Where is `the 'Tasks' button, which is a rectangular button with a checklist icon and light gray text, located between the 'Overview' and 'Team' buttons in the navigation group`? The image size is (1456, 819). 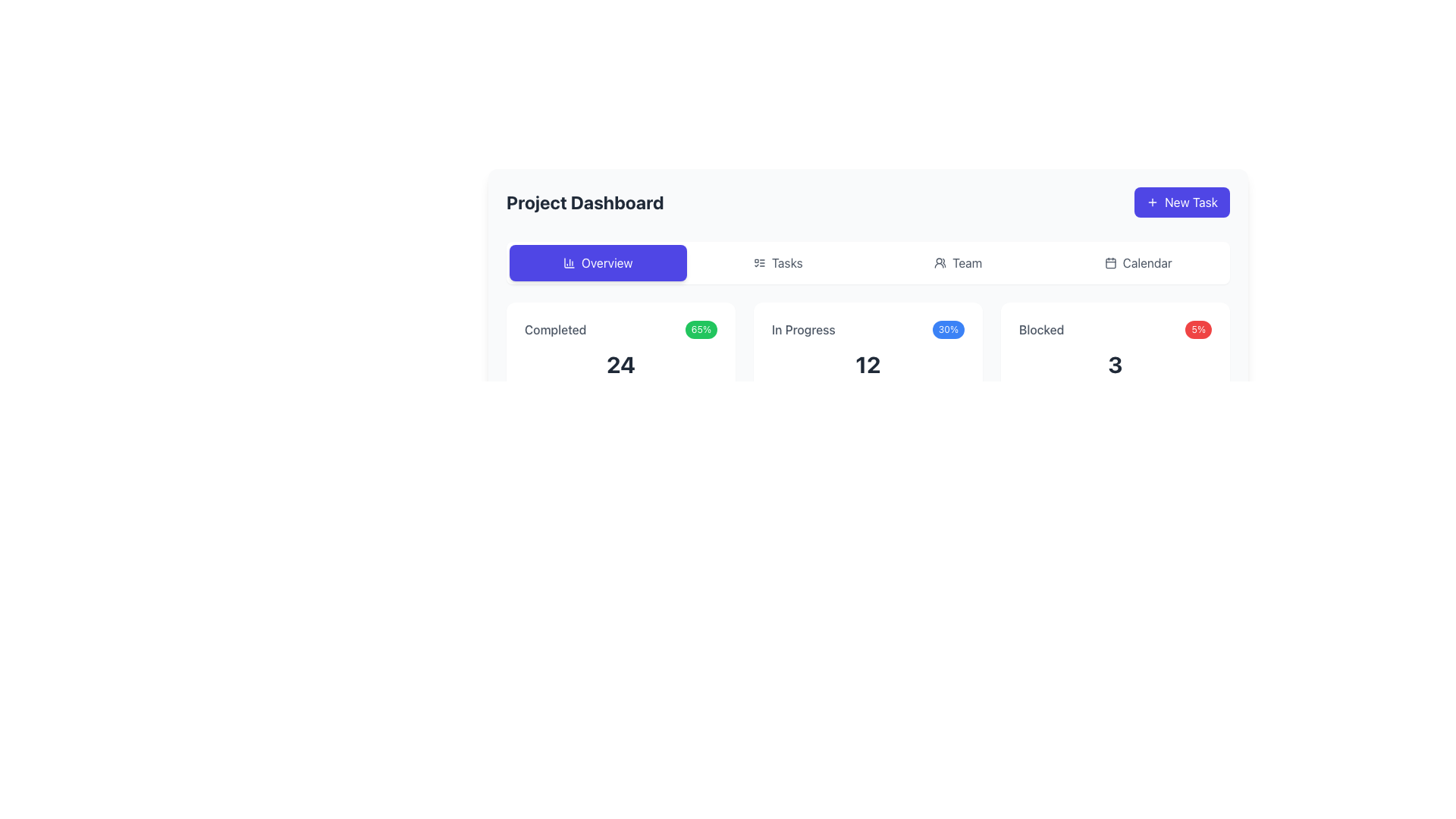 the 'Tasks' button, which is a rectangular button with a checklist icon and light gray text, located between the 'Overview' and 'Team' buttons in the navigation group is located at coordinates (778, 262).